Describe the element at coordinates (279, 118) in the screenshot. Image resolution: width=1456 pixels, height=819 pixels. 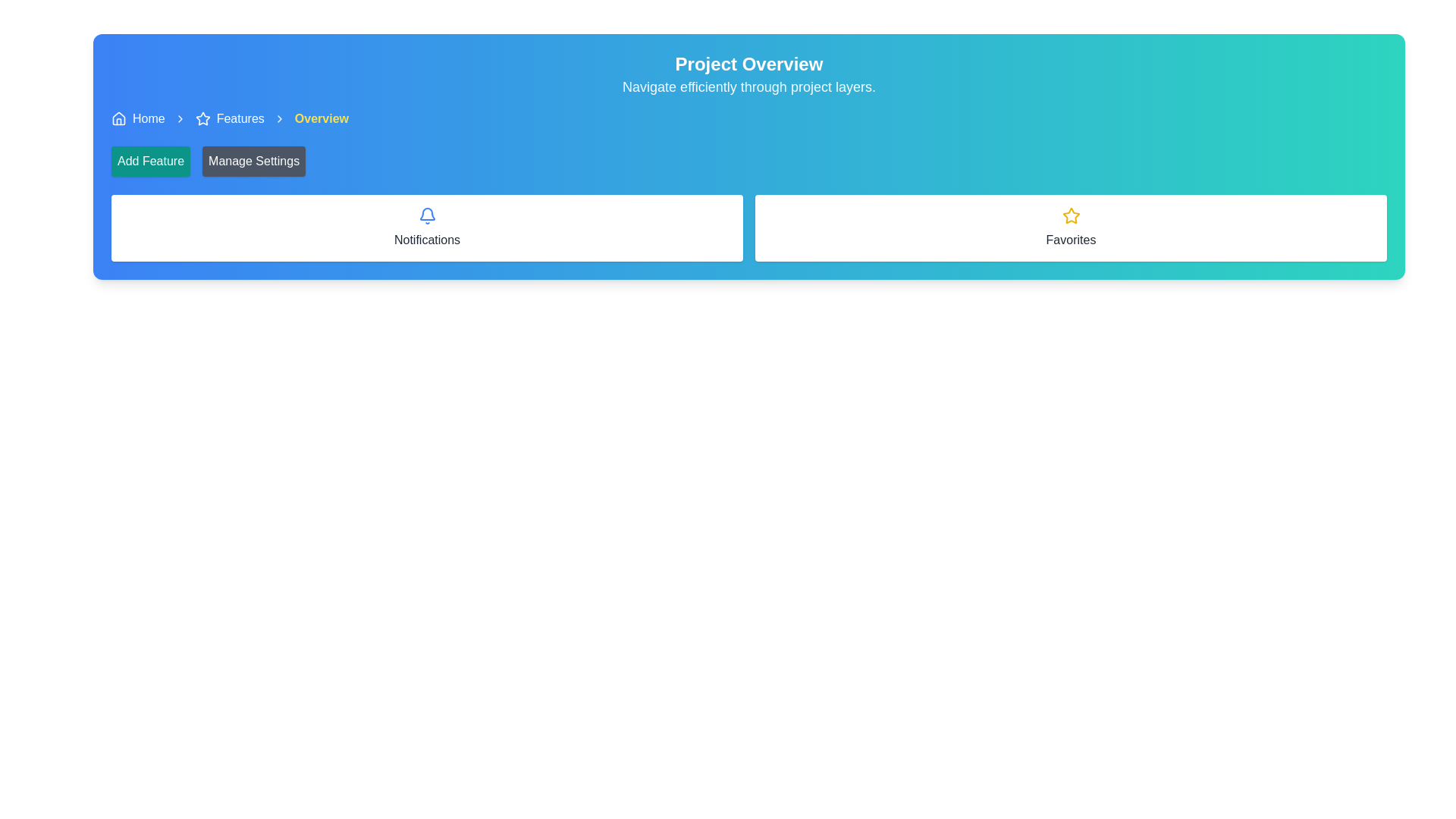
I see `icon separator in the breadcrumb navigation bar located between 'Features' and 'Overview'` at that location.